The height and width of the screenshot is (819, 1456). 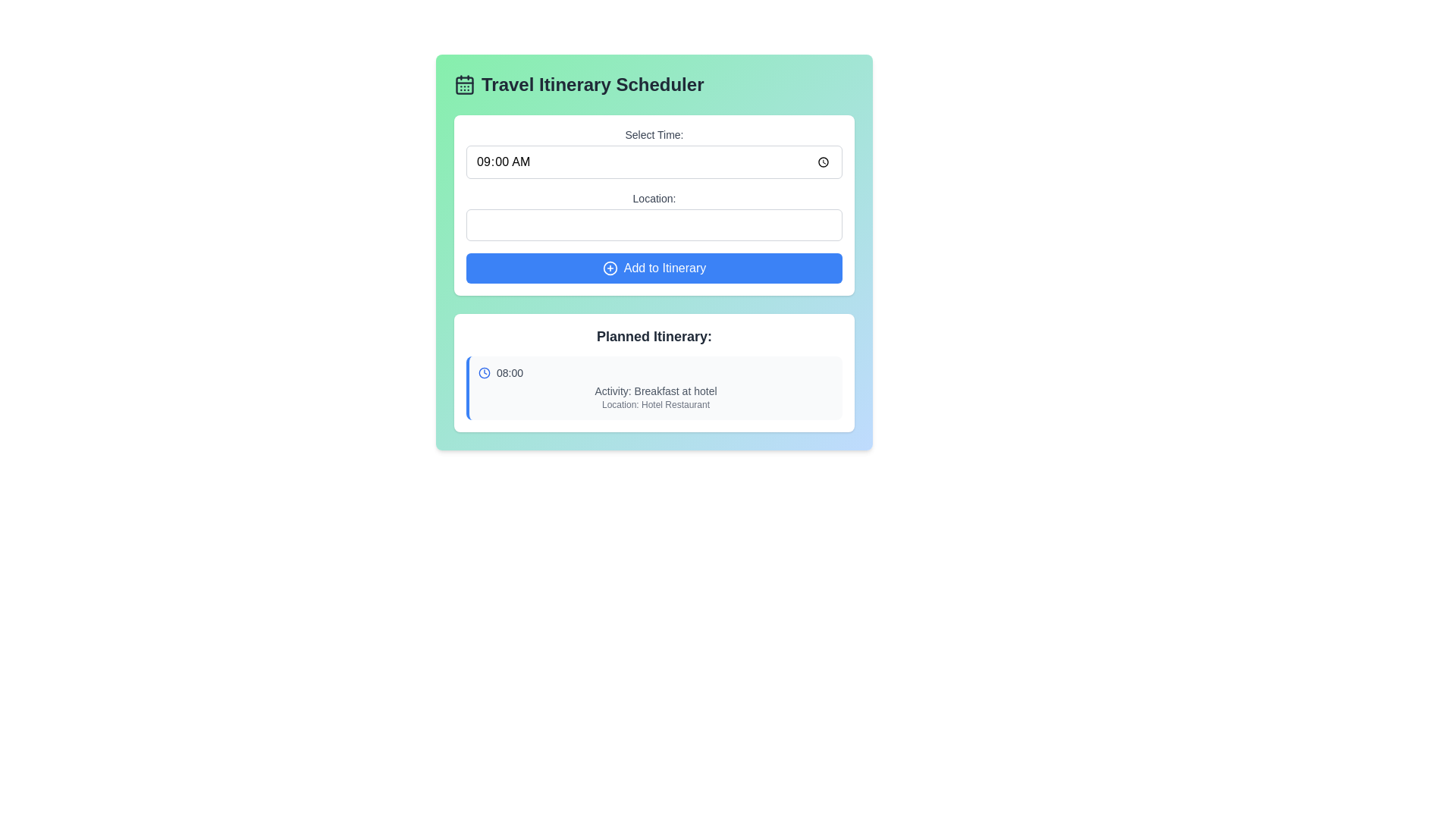 What do you see at coordinates (610, 268) in the screenshot?
I see `the placement and styling of the vector graphic circle within the 'Add to Itinerary' button, which is part of an SVG icon indicating the action to add items to a list or schedule` at bounding box center [610, 268].